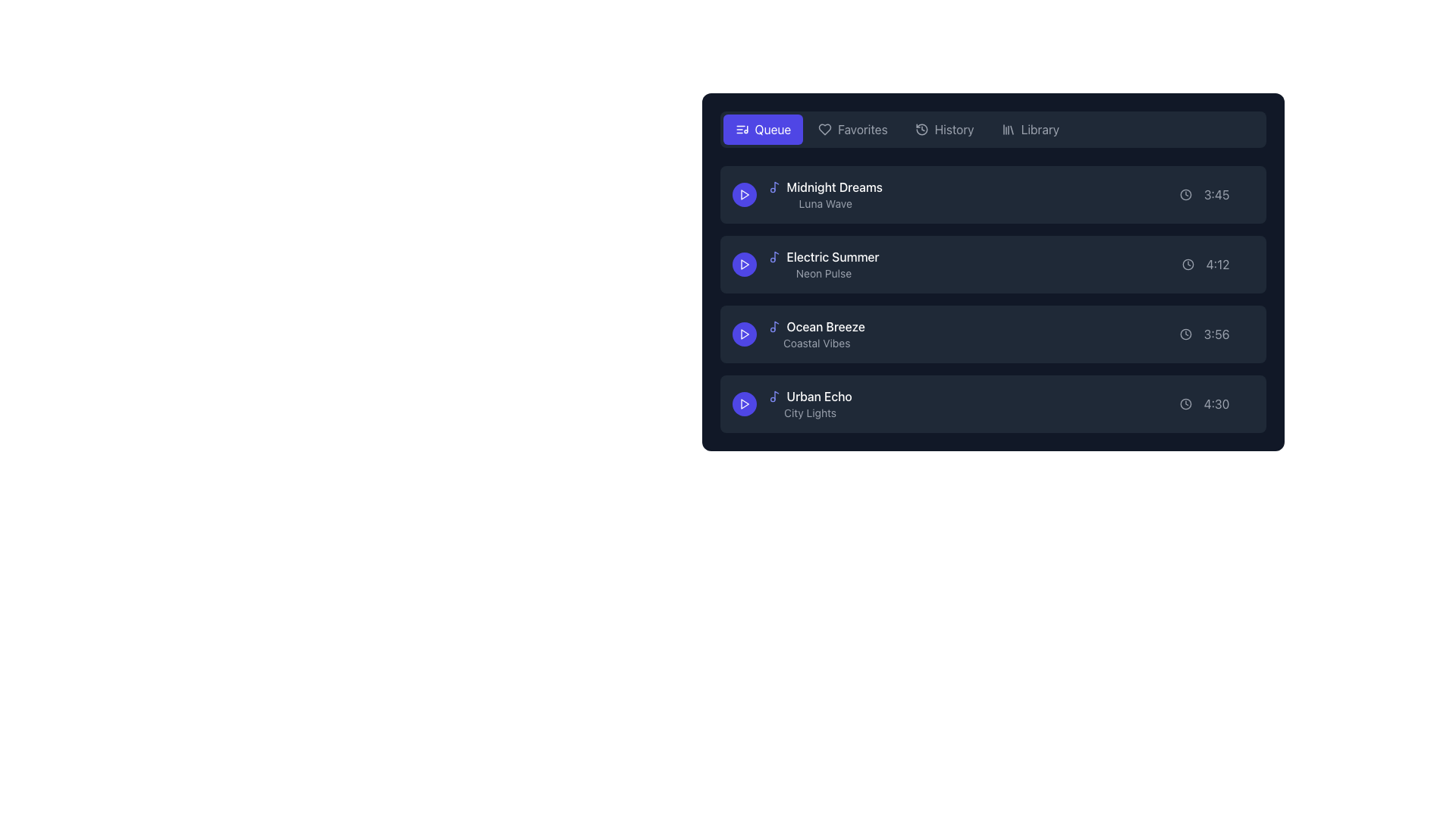  What do you see at coordinates (776, 394) in the screenshot?
I see `the music note icon located in the last row entry of the song list, positioned to the left of the song title 'Urban Echo'` at bounding box center [776, 394].